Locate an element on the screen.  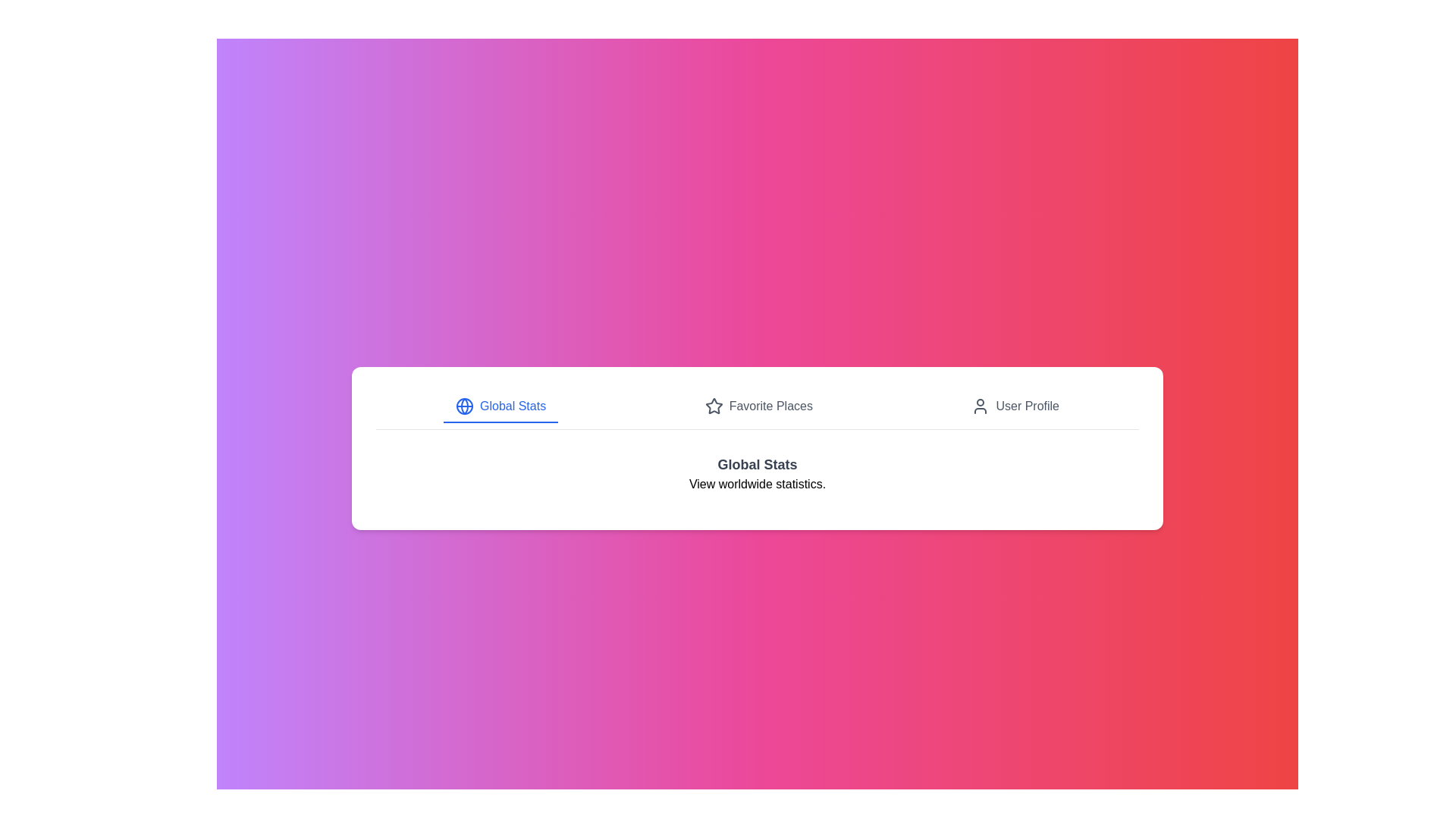
the 'Favorite Places' navigation link, which is a clickable text label positioned in the center of the horizontal navigation bar, located between 'Global Stats' and 'User Profile' is located at coordinates (770, 405).